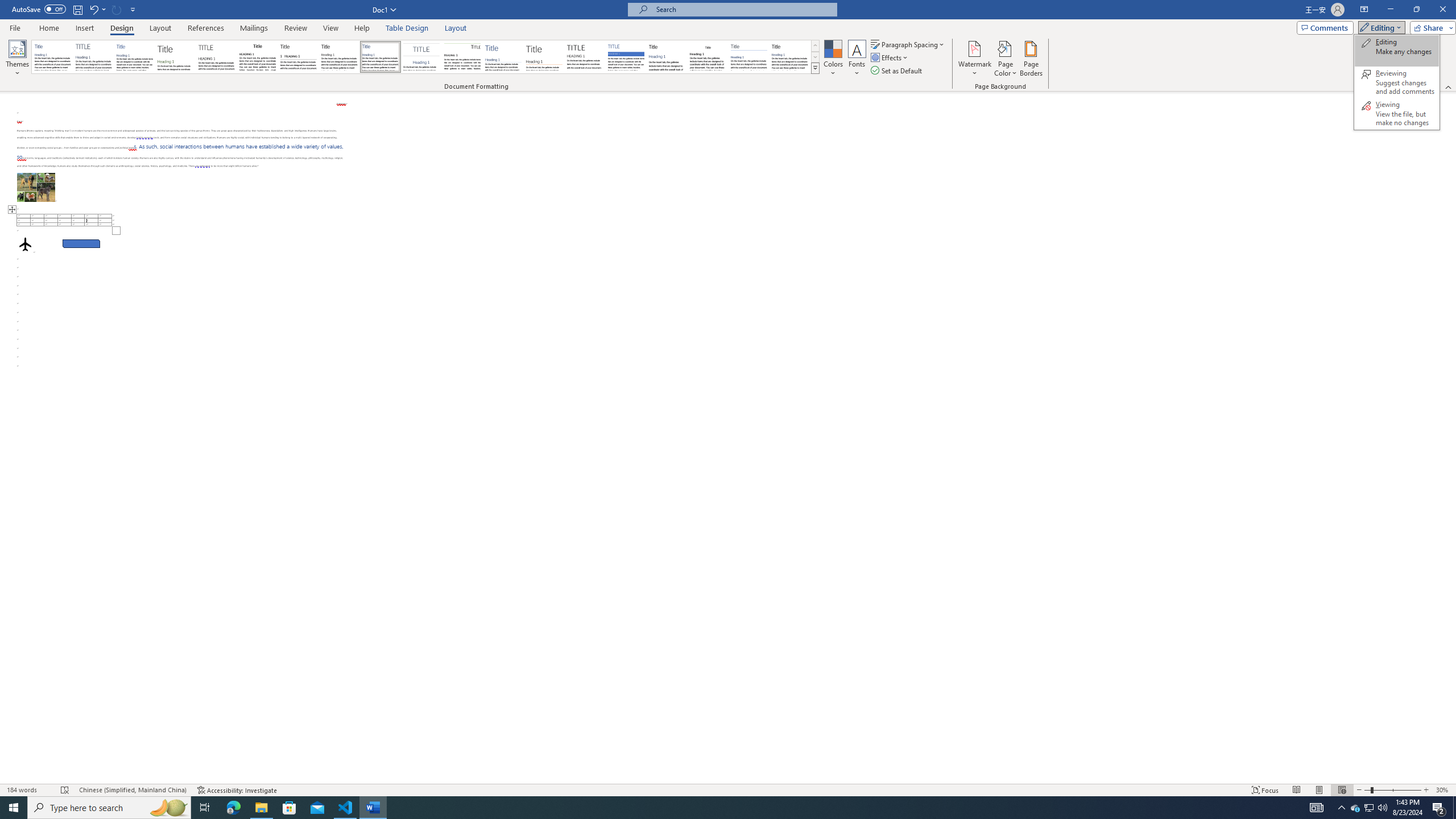 This screenshot has width=1456, height=819. I want to click on 'Basic (Stylish)', so click(176, 56).